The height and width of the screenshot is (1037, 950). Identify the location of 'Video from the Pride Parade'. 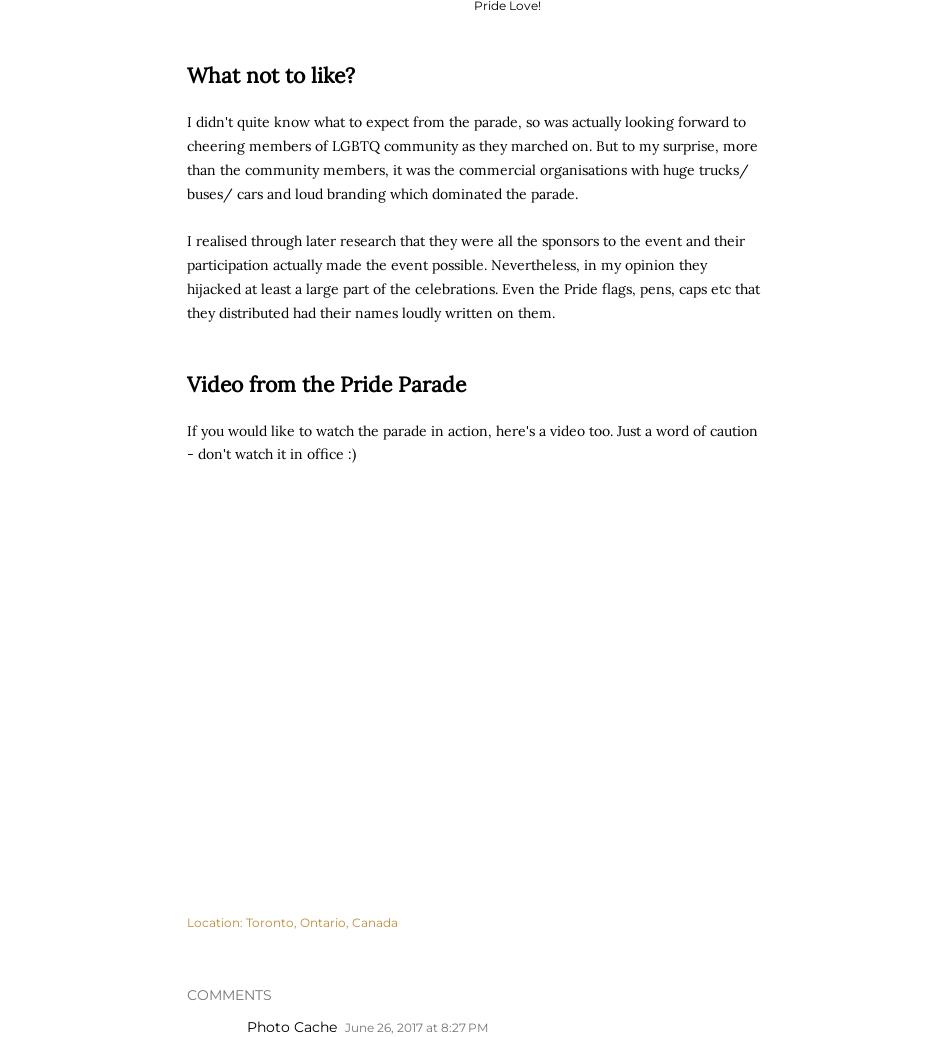
(325, 382).